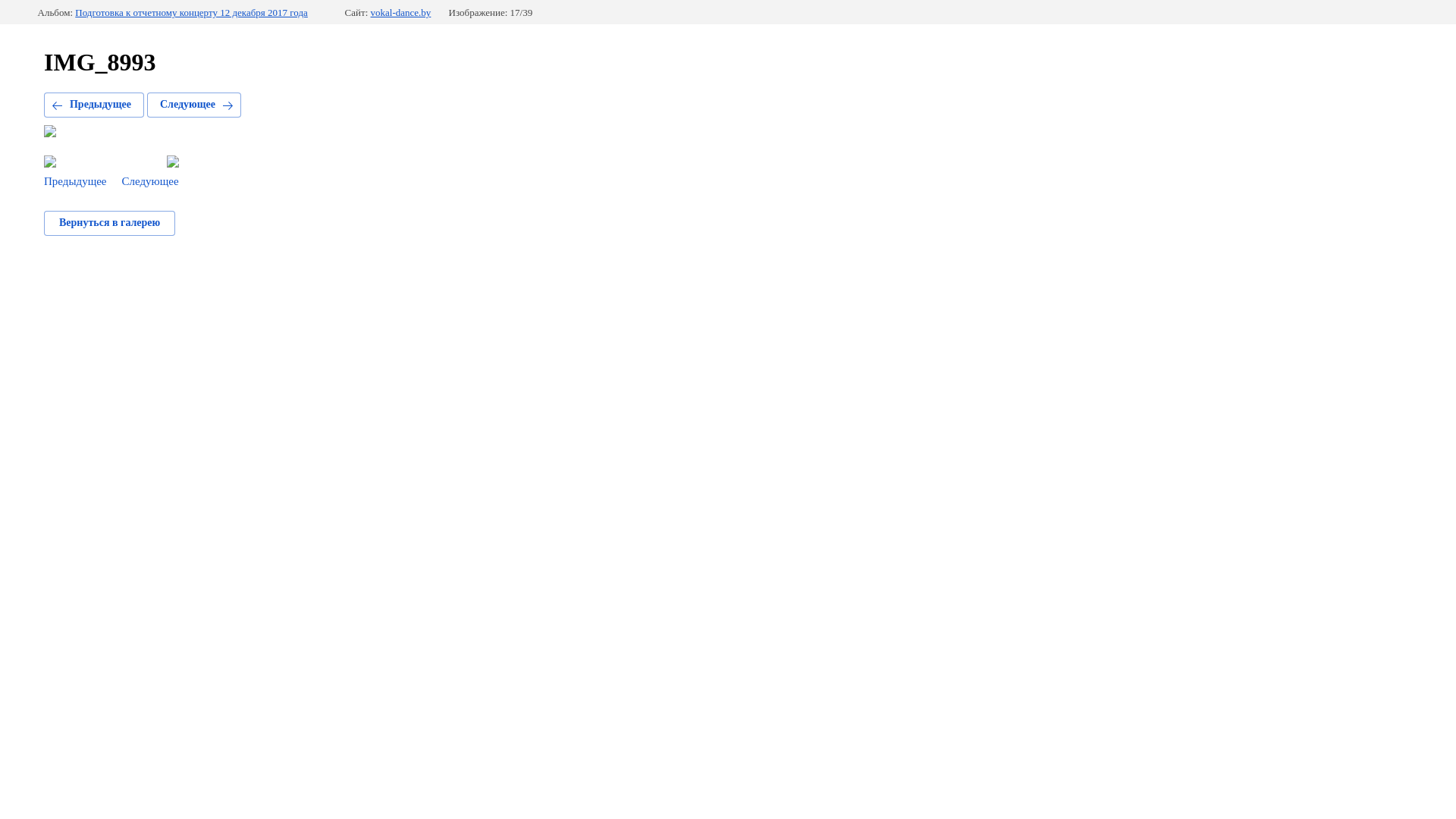 The width and height of the screenshot is (1456, 819). Describe the element at coordinates (371, 12) in the screenshot. I see `'vokal-dance.by'` at that location.